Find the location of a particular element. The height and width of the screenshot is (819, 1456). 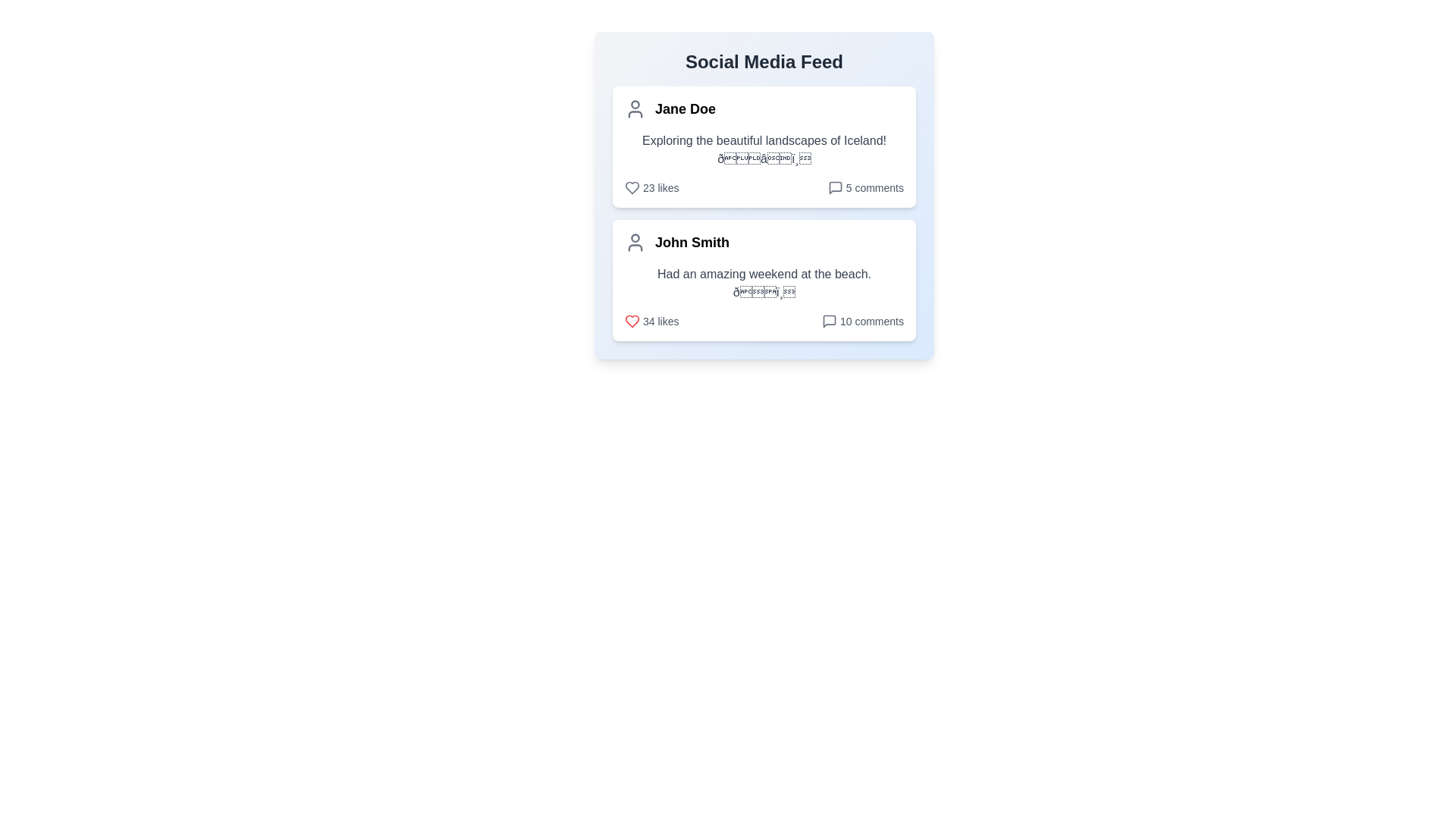

the '23 likes' button for Jane Doe's post to view the number of likes is located at coordinates (651, 187).